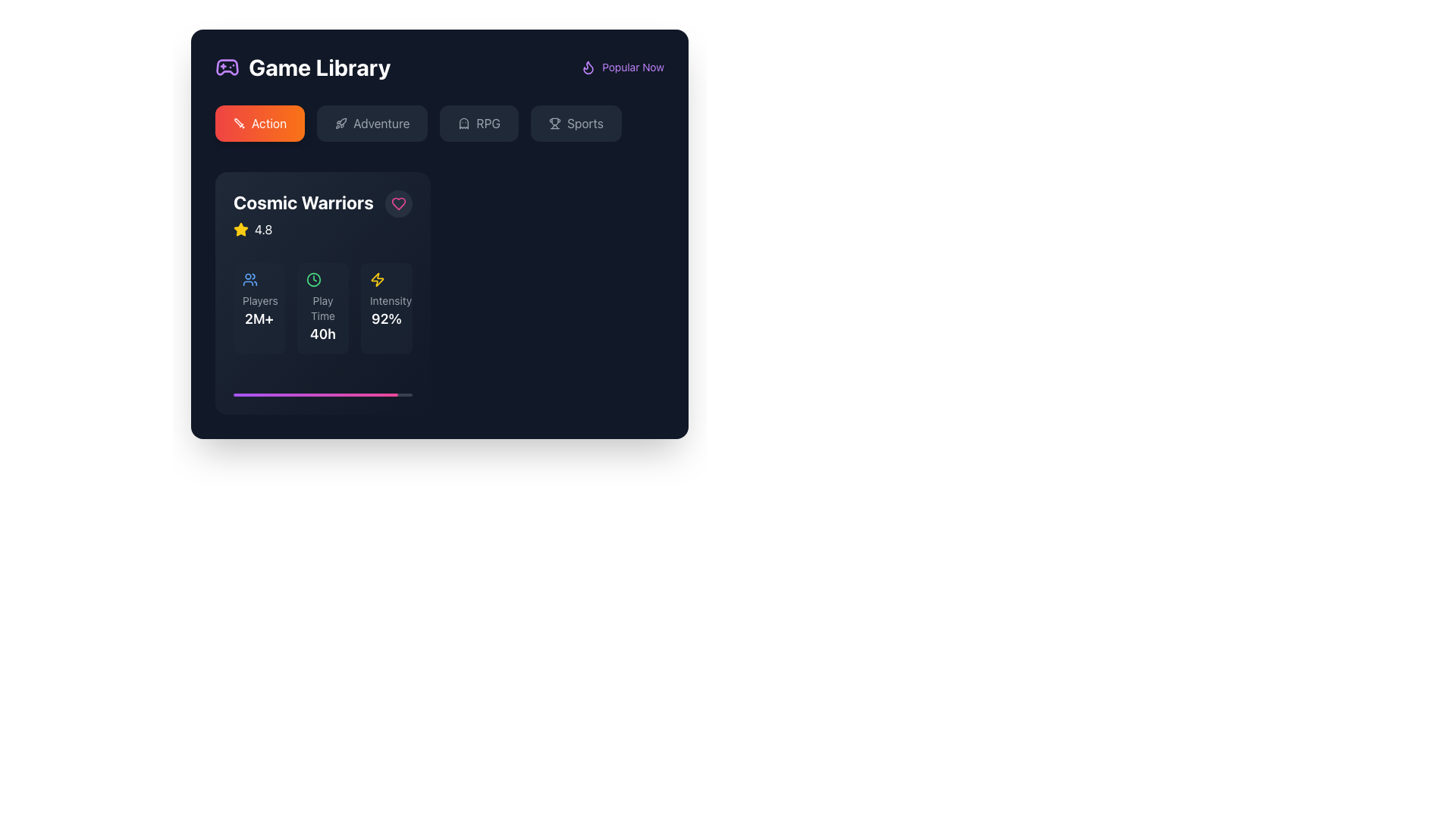 The height and width of the screenshot is (819, 1456). I want to click on the star icon representing the game's rating of '4.8' located to the left of the rating text in the game's information section, so click(240, 230).